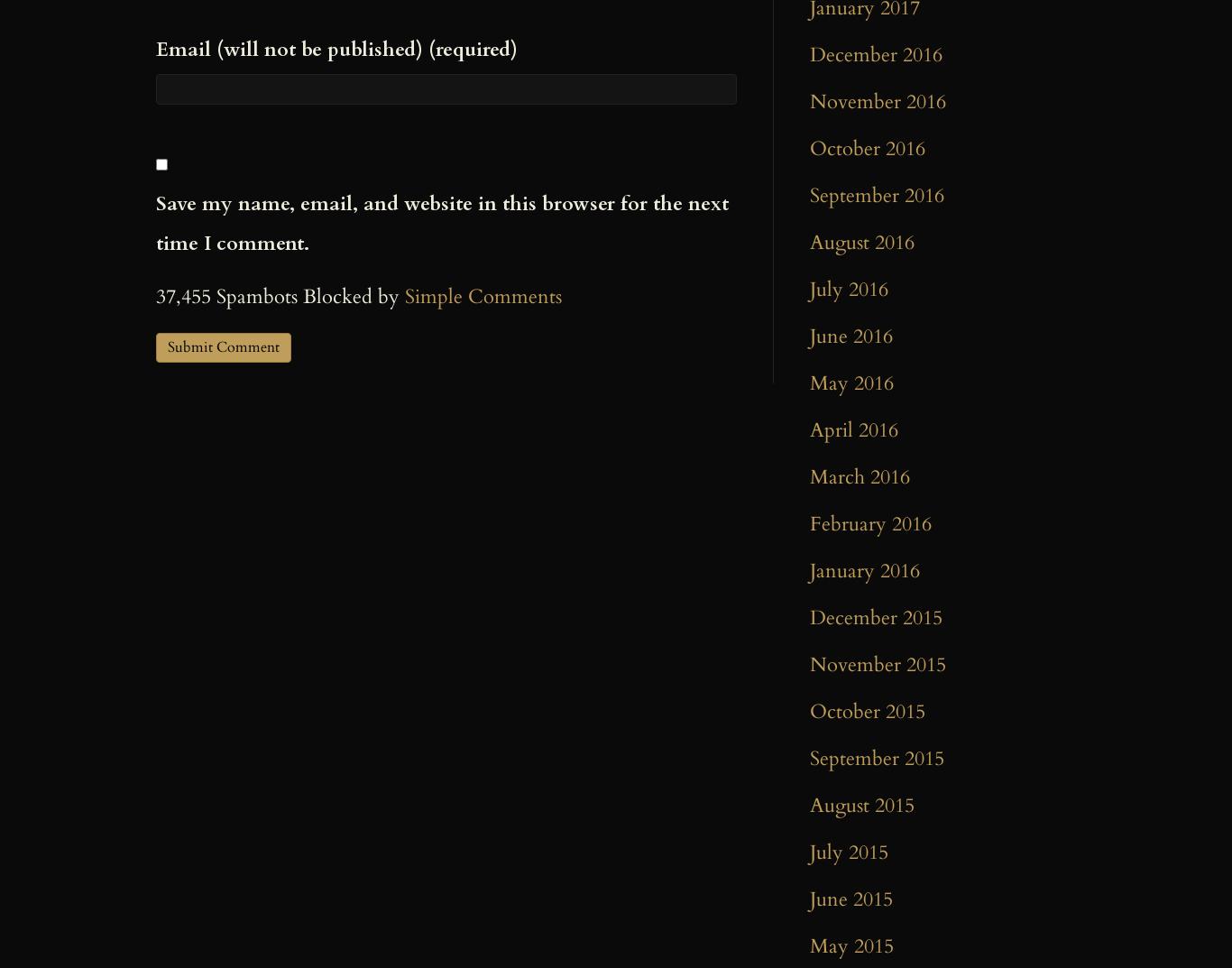 This screenshot has width=1232, height=968. What do you see at coordinates (809, 758) in the screenshot?
I see `'September 2015'` at bounding box center [809, 758].